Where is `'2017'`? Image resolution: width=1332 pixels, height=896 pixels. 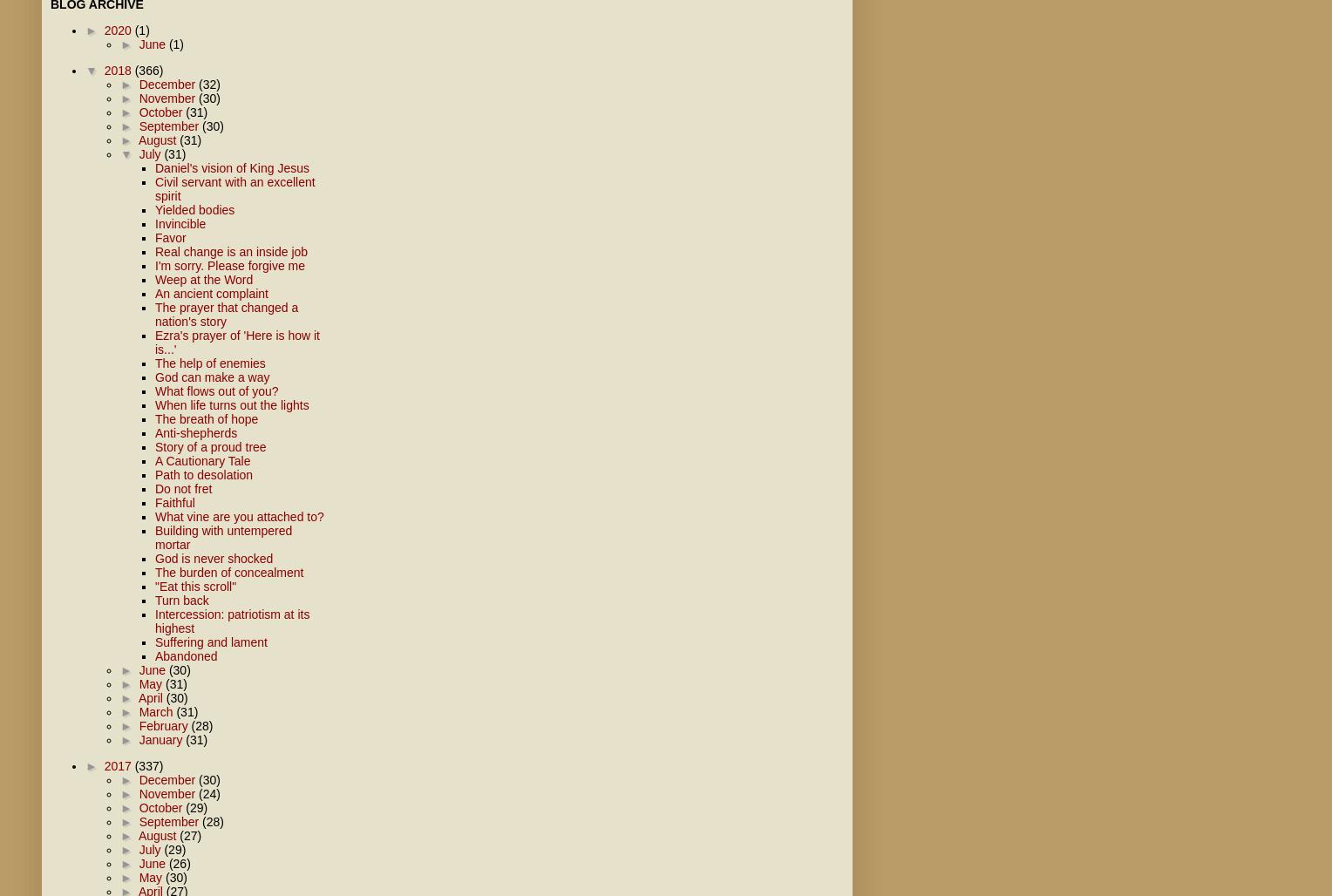
'2017' is located at coordinates (119, 765).